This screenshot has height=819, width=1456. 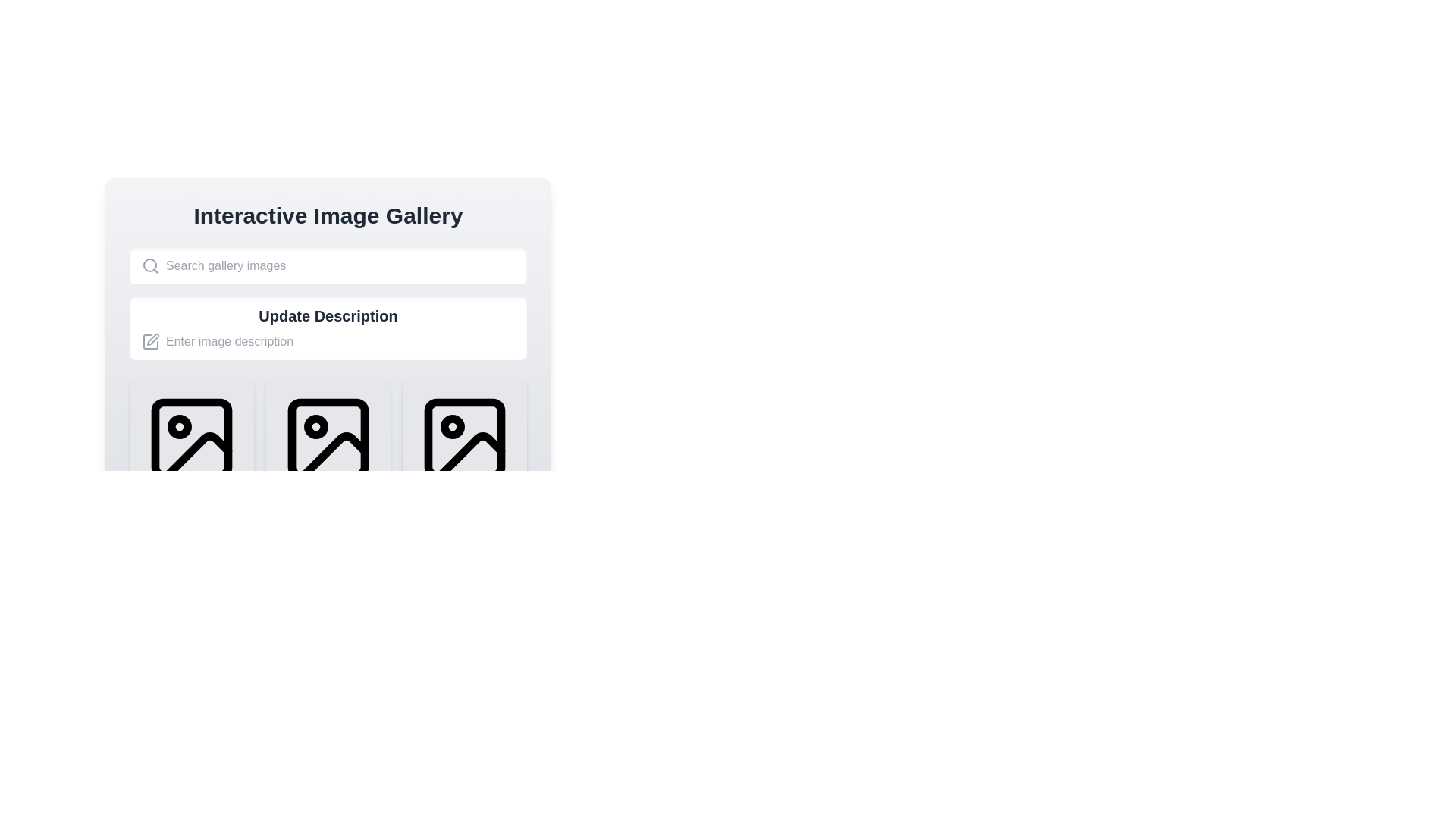 What do you see at coordinates (451, 427) in the screenshot?
I see `the Circle (SVG Shape) inside the third image icon representing a mountain with a sun indicator` at bounding box center [451, 427].